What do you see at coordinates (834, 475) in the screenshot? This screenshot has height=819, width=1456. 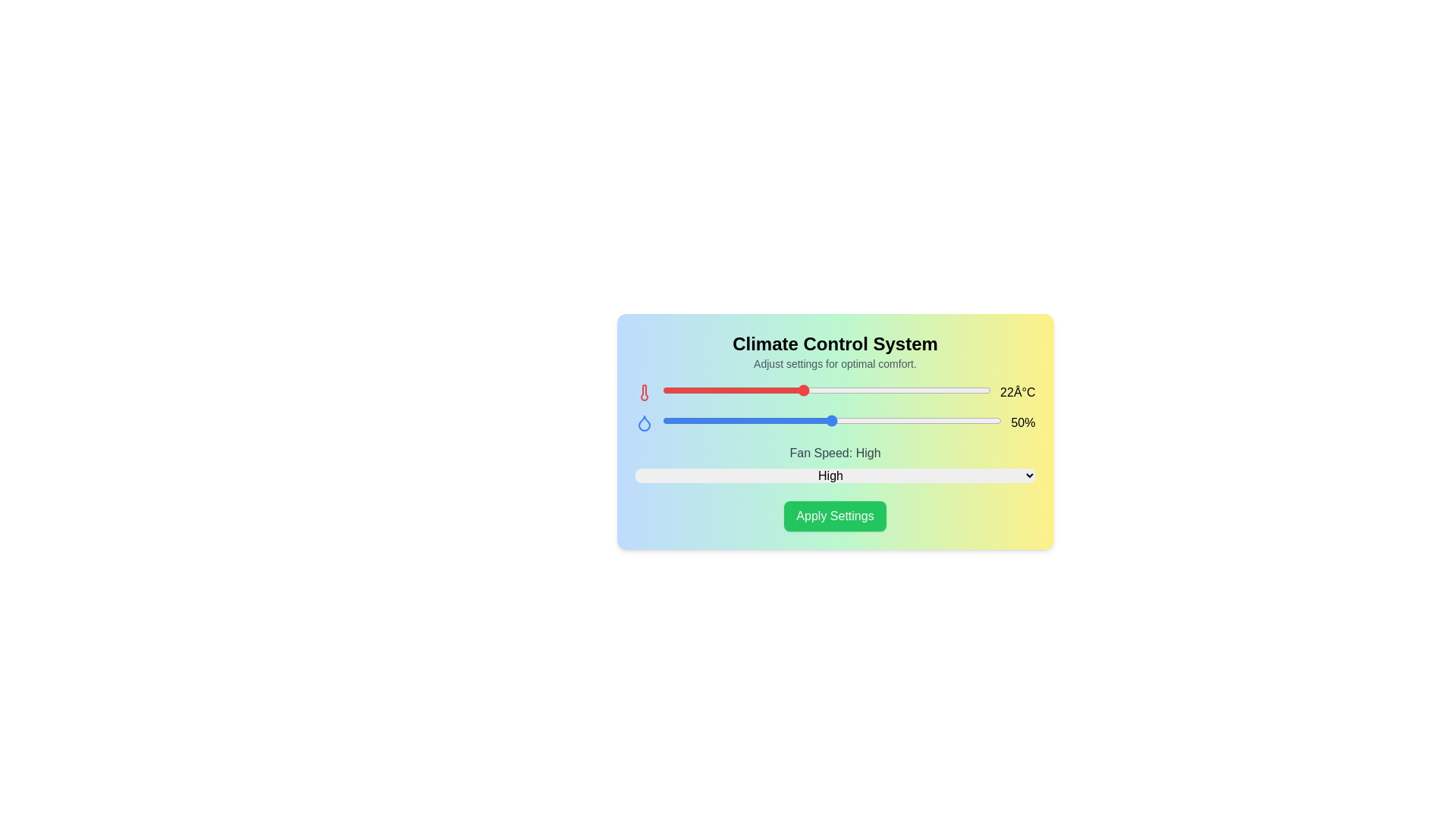 I see `the fan speed to Medium using the dropdown menu` at bounding box center [834, 475].